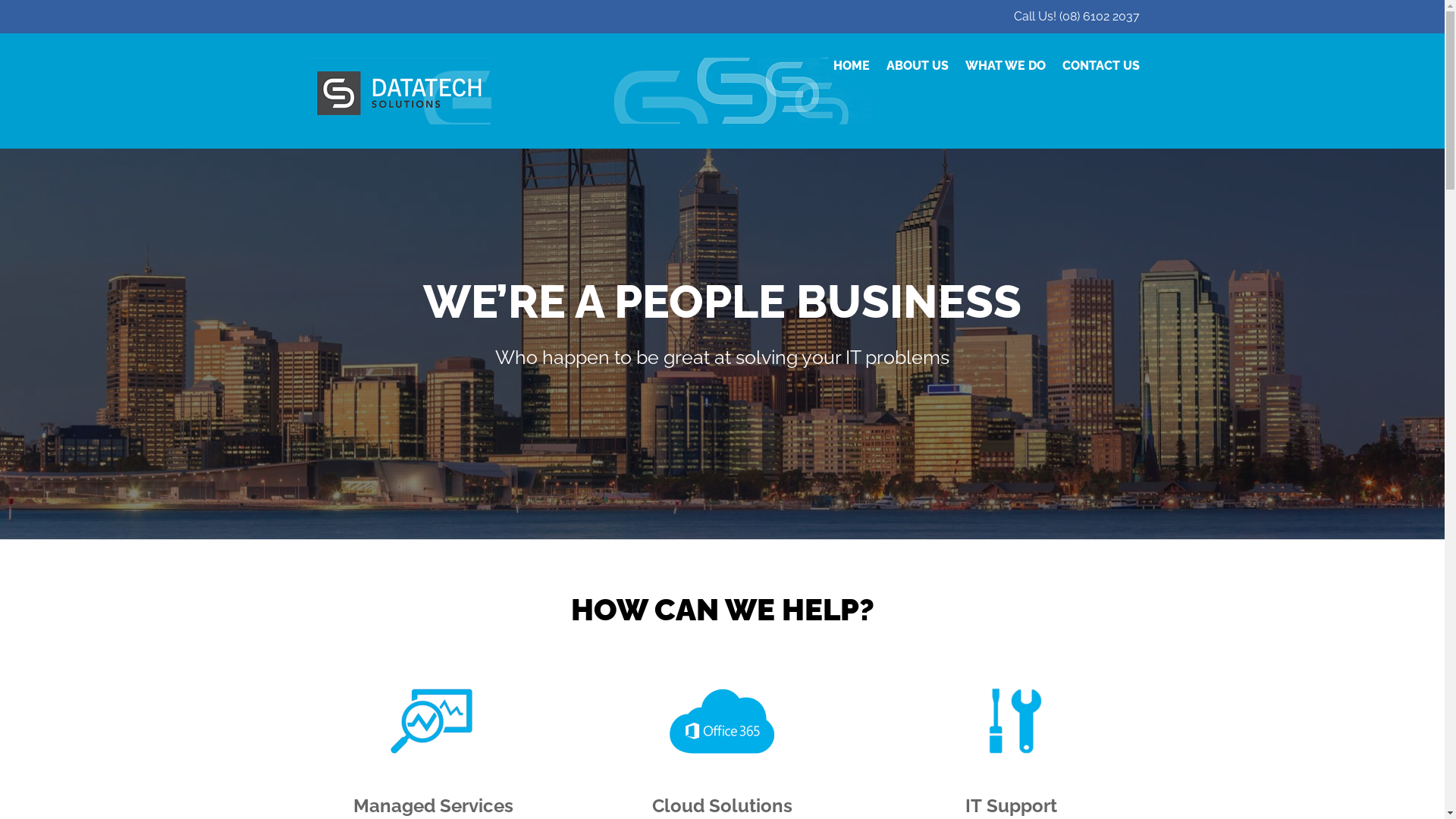 The height and width of the screenshot is (819, 1456). I want to click on 'CONTACT US', so click(1061, 65).